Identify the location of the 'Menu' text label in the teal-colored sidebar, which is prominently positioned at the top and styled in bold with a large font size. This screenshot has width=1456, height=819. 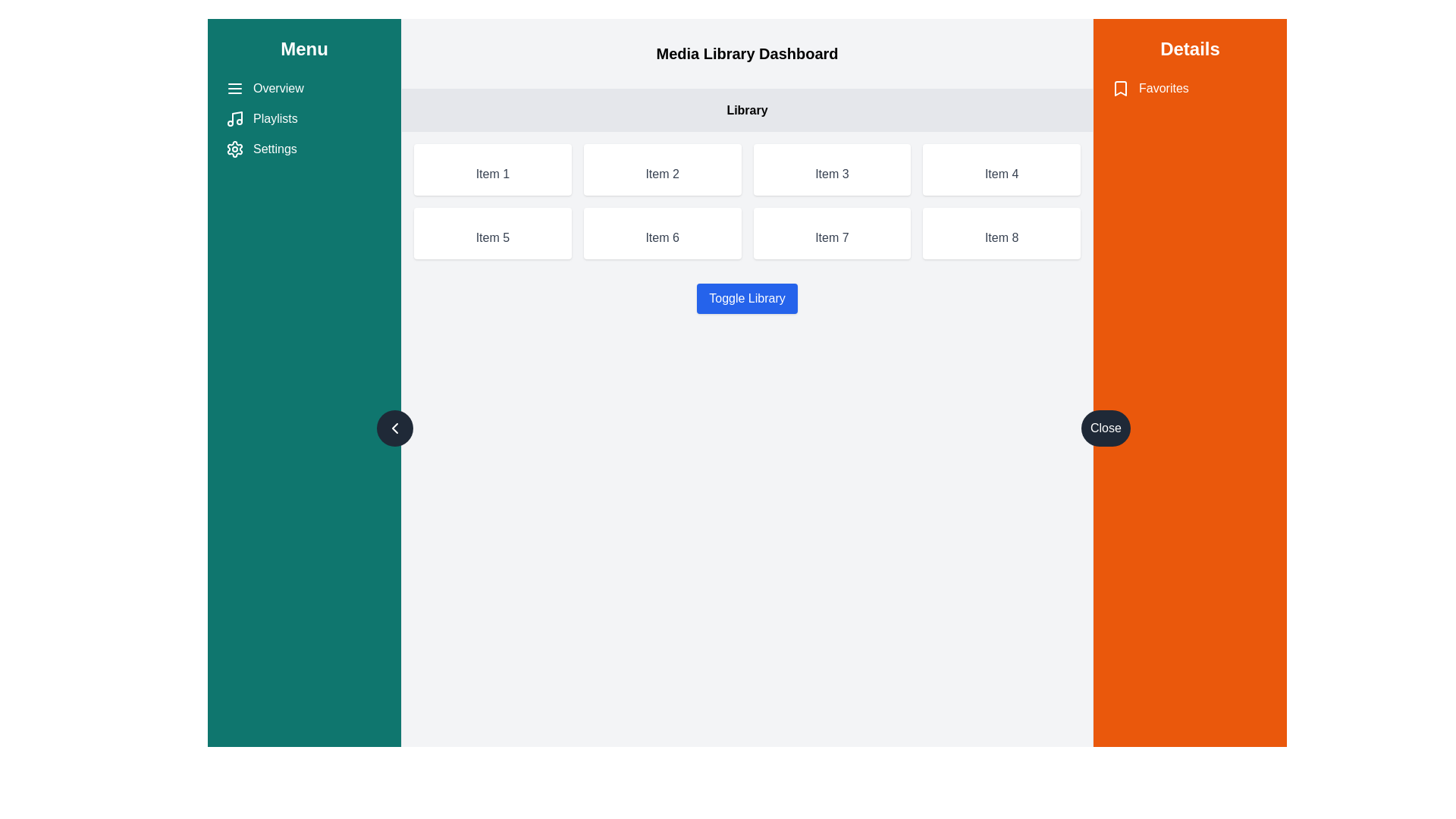
(303, 49).